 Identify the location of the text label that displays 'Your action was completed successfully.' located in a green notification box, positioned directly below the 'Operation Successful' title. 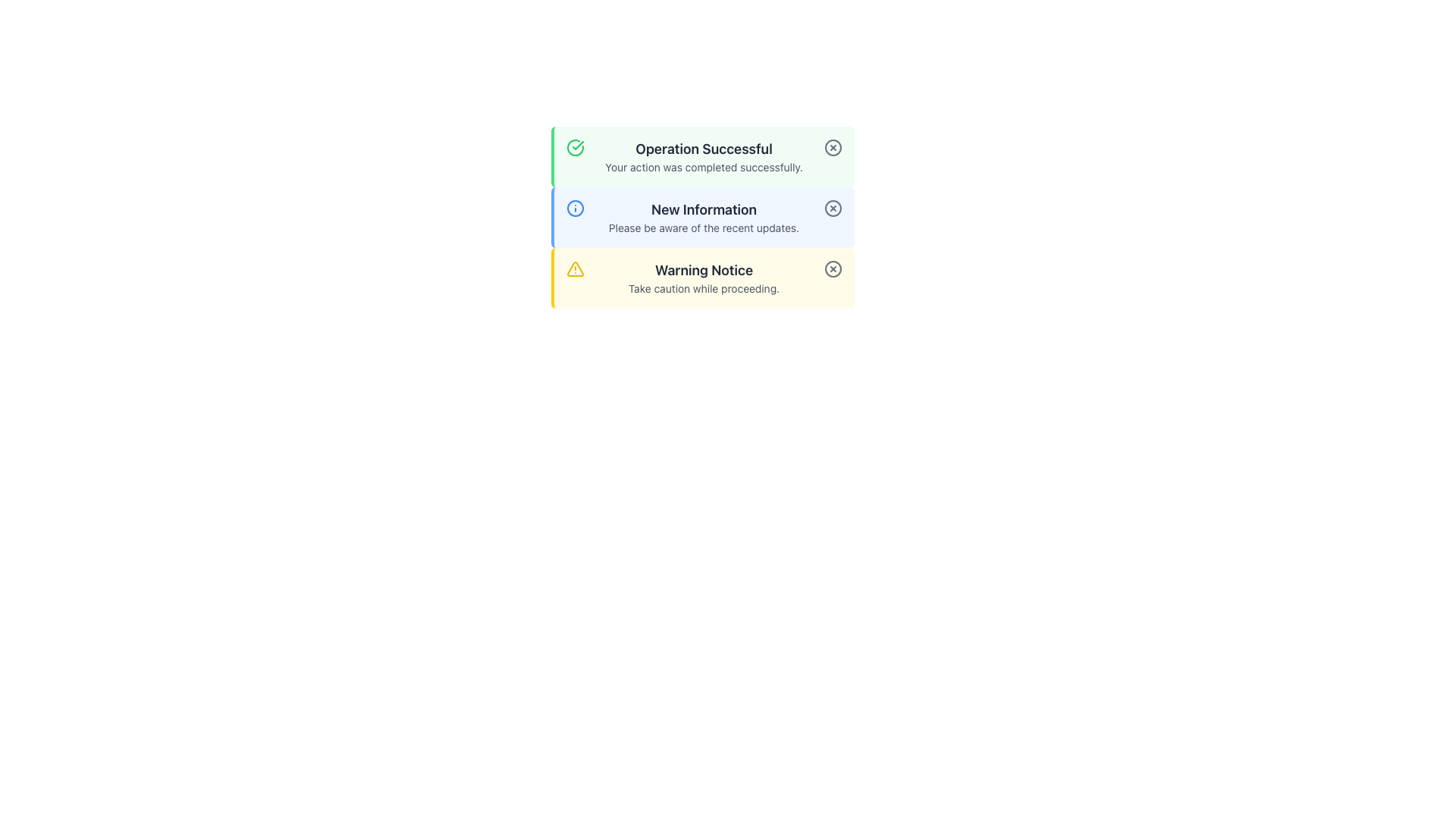
(703, 167).